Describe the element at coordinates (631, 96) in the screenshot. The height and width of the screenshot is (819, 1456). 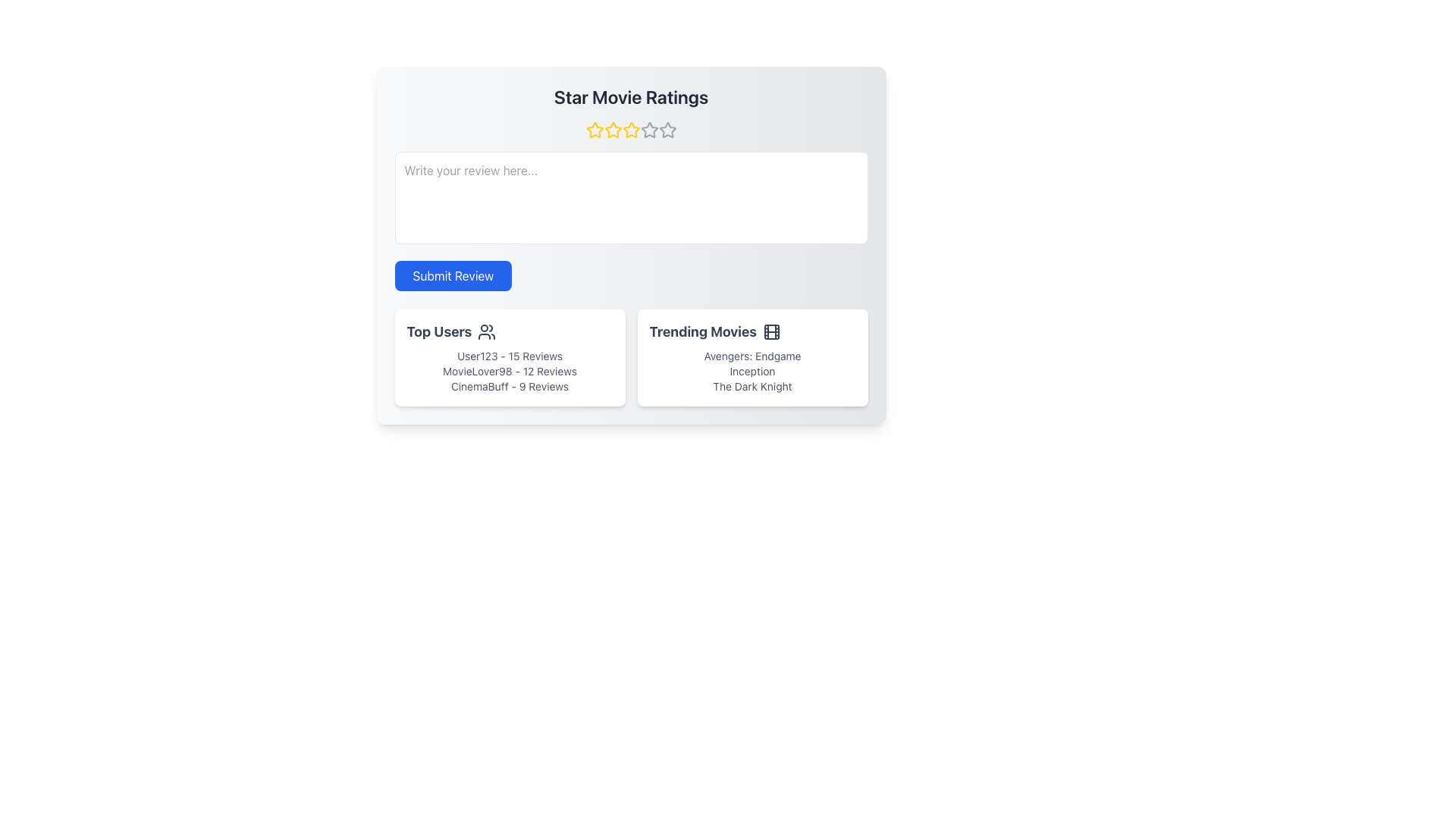
I see `text 'Star Movie Ratings' displayed prominently at the top of the section, styled in bold and dark gray font` at that location.